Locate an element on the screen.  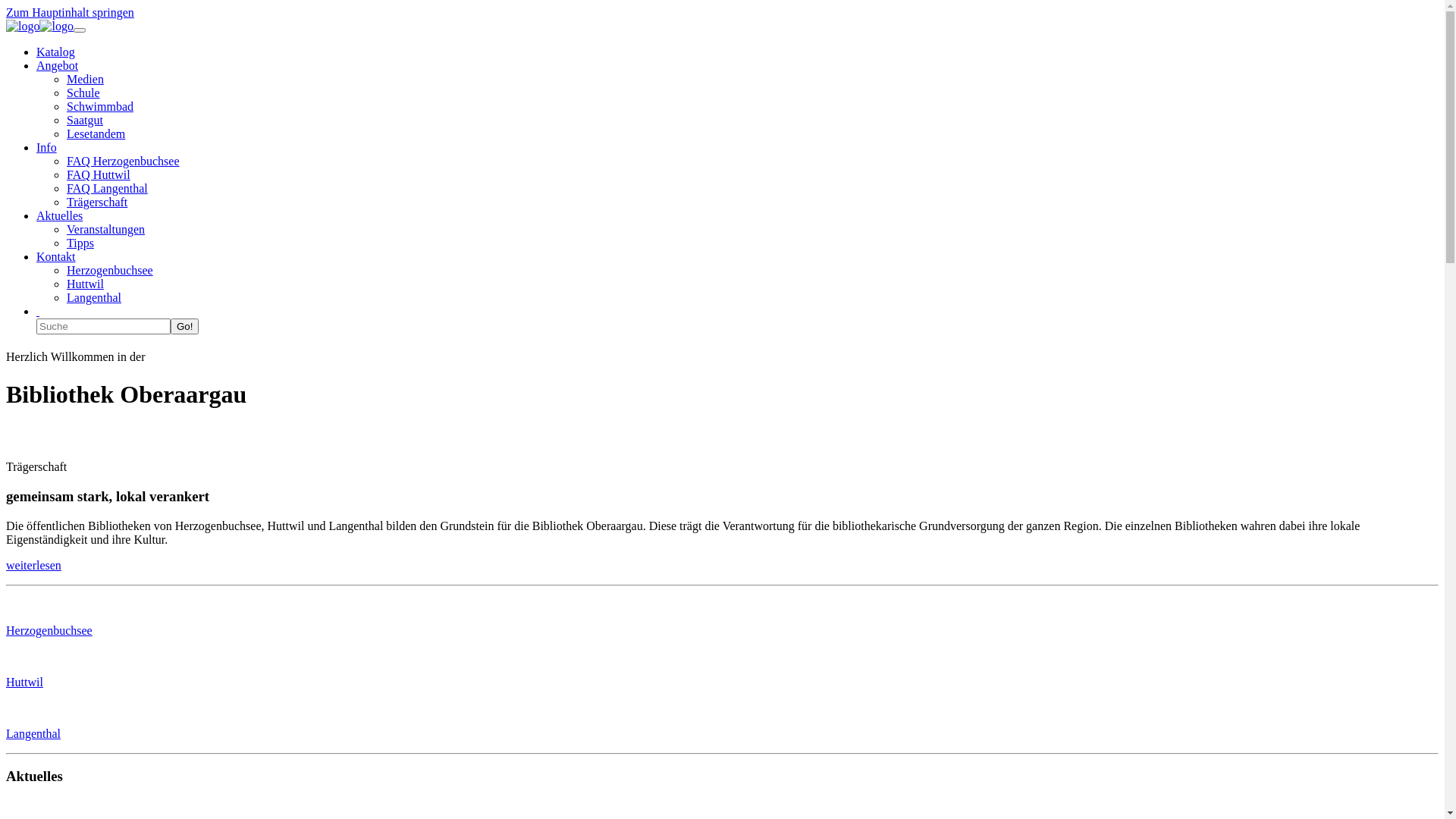
'Schwimmbad' is located at coordinates (99, 105).